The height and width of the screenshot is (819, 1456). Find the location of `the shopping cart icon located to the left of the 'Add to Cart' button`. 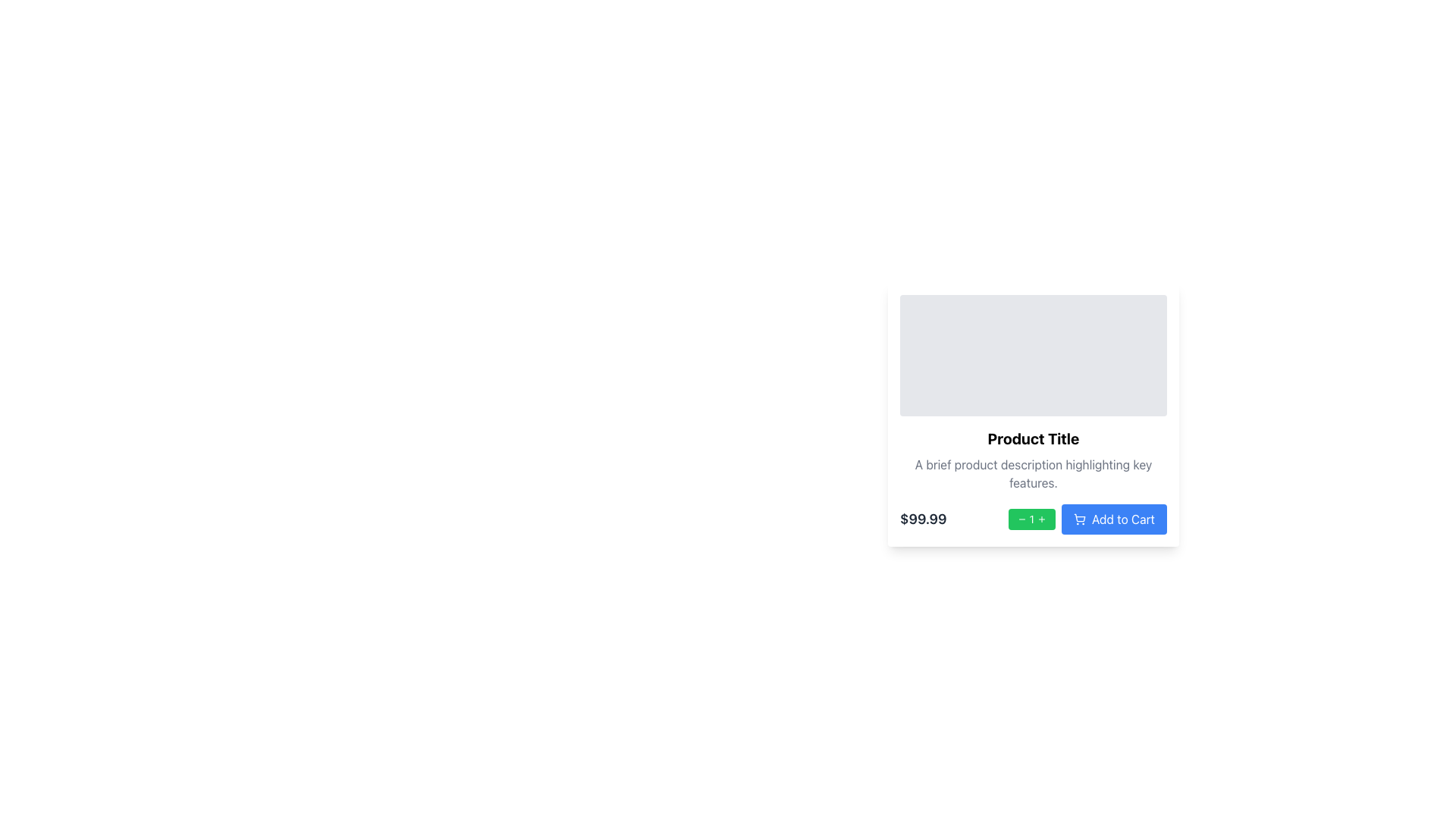

the shopping cart icon located to the left of the 'Add to Cart' button is located at coordinates (1079, 519).